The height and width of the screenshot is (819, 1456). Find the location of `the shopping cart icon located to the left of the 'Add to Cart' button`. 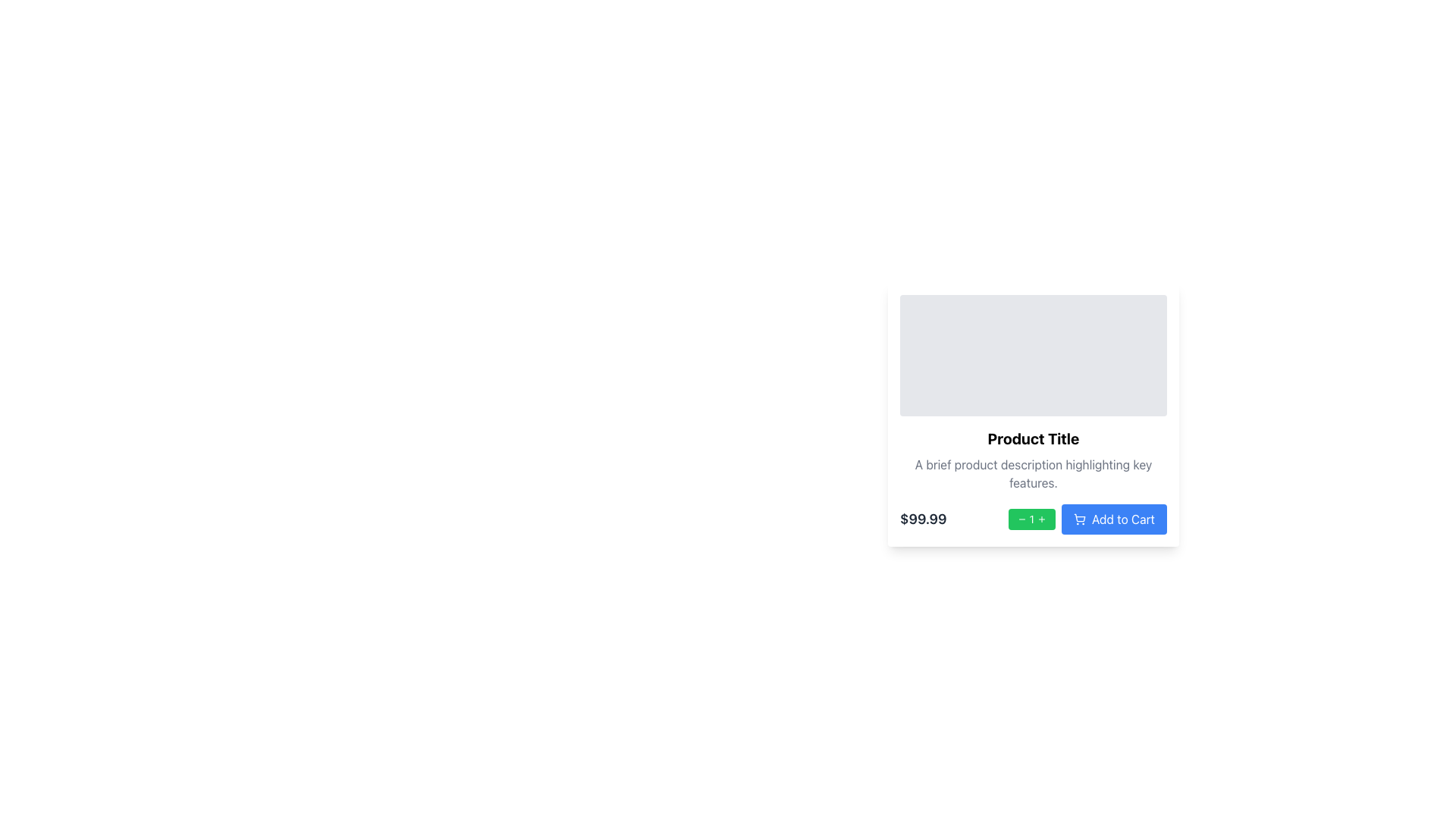

the shopping cart icon located to the left of the 'Add to Cart' button is located at coordinates (1079, 519).